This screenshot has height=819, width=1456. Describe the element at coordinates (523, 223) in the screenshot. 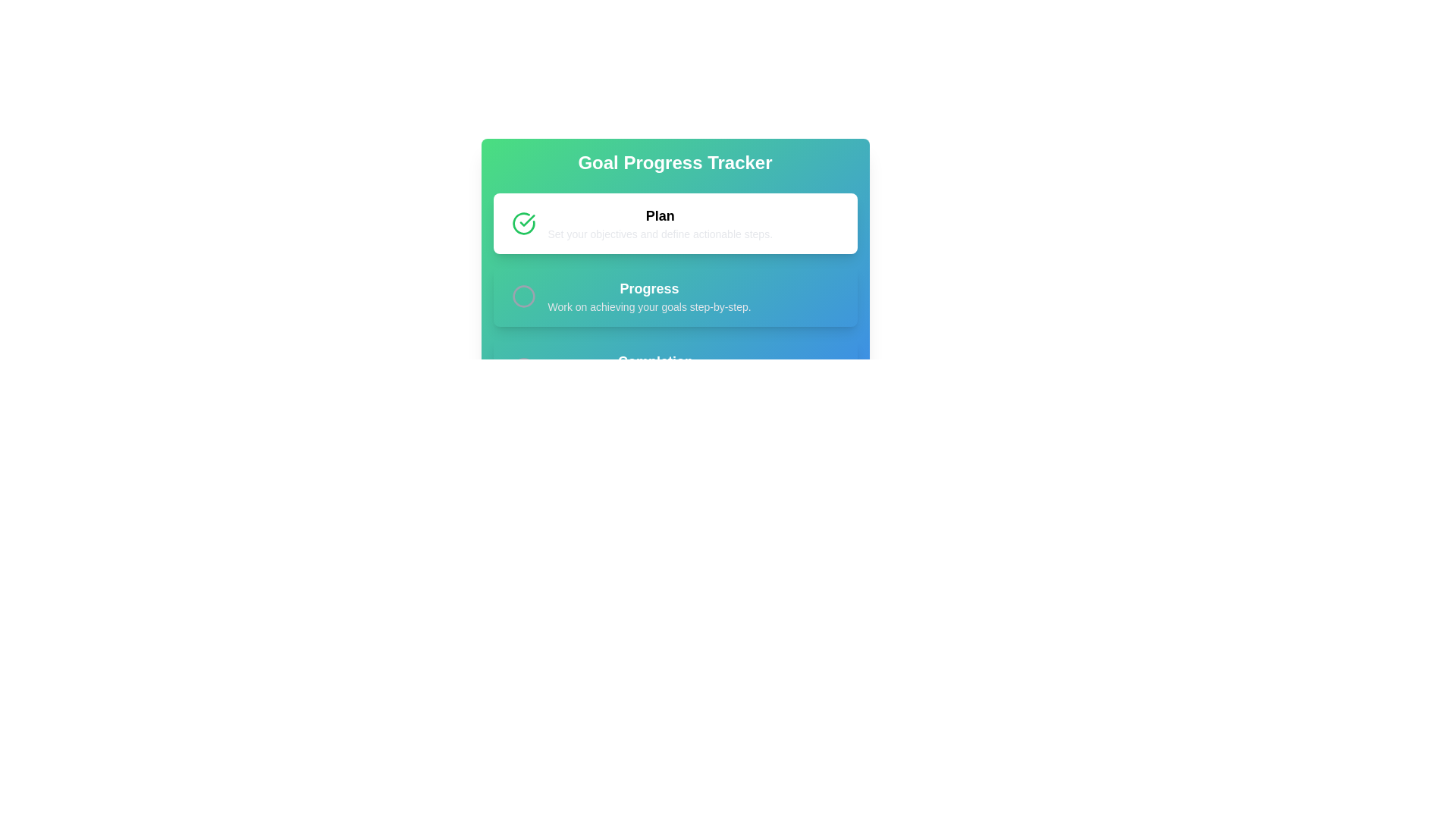

I see `the decorative vector graphic element that indicates the status of the 'Plan' section in the goal tracker interface, which is a checkmark inside a circle located to the left of 'Plan'` at that location.